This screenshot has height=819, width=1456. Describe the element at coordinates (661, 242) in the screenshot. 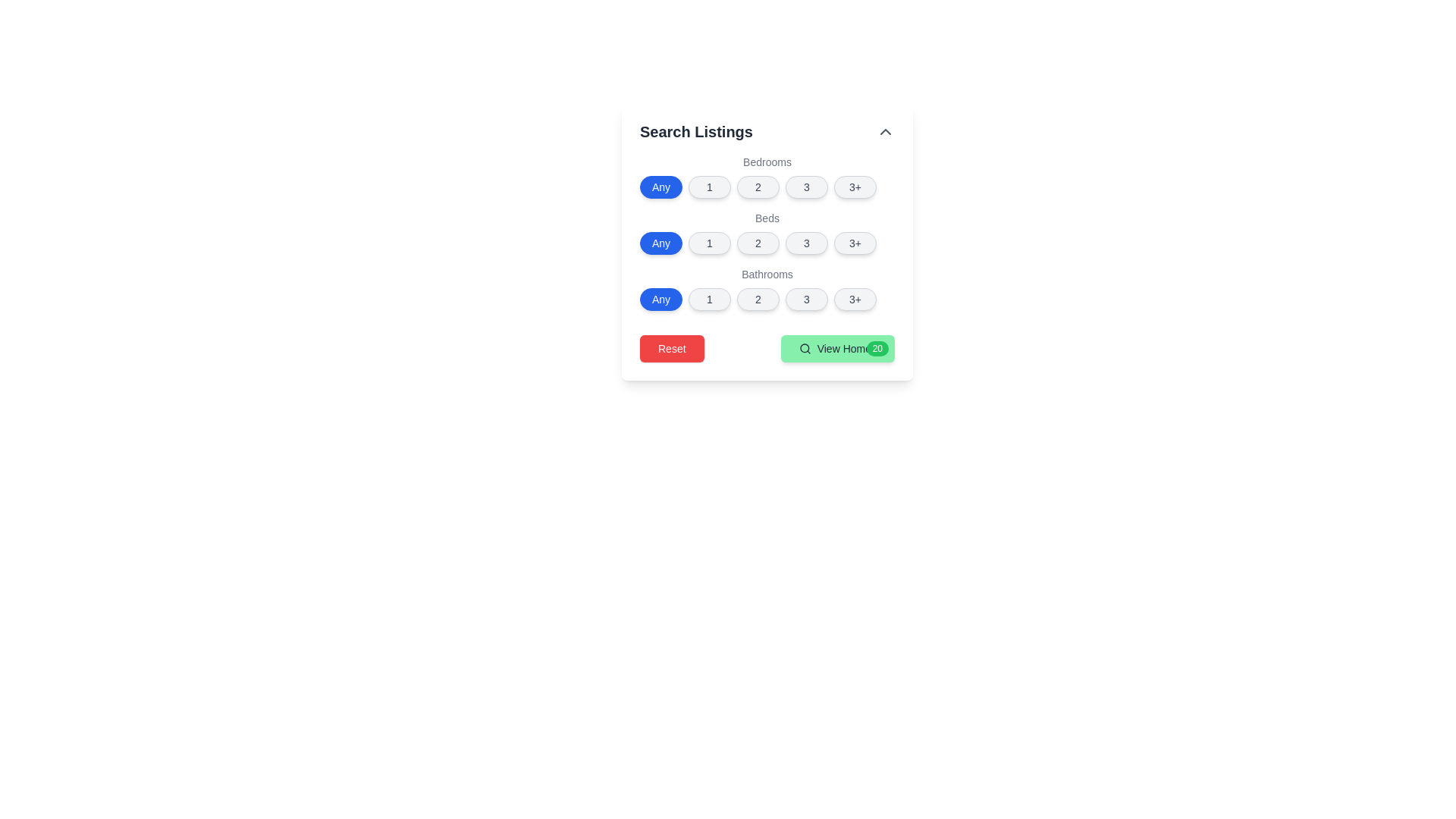

I see `the 'Any' button, which is the first button in a group of five buttons for selecting the number of beds in a property search interface, to observe its hover effects` at that location.